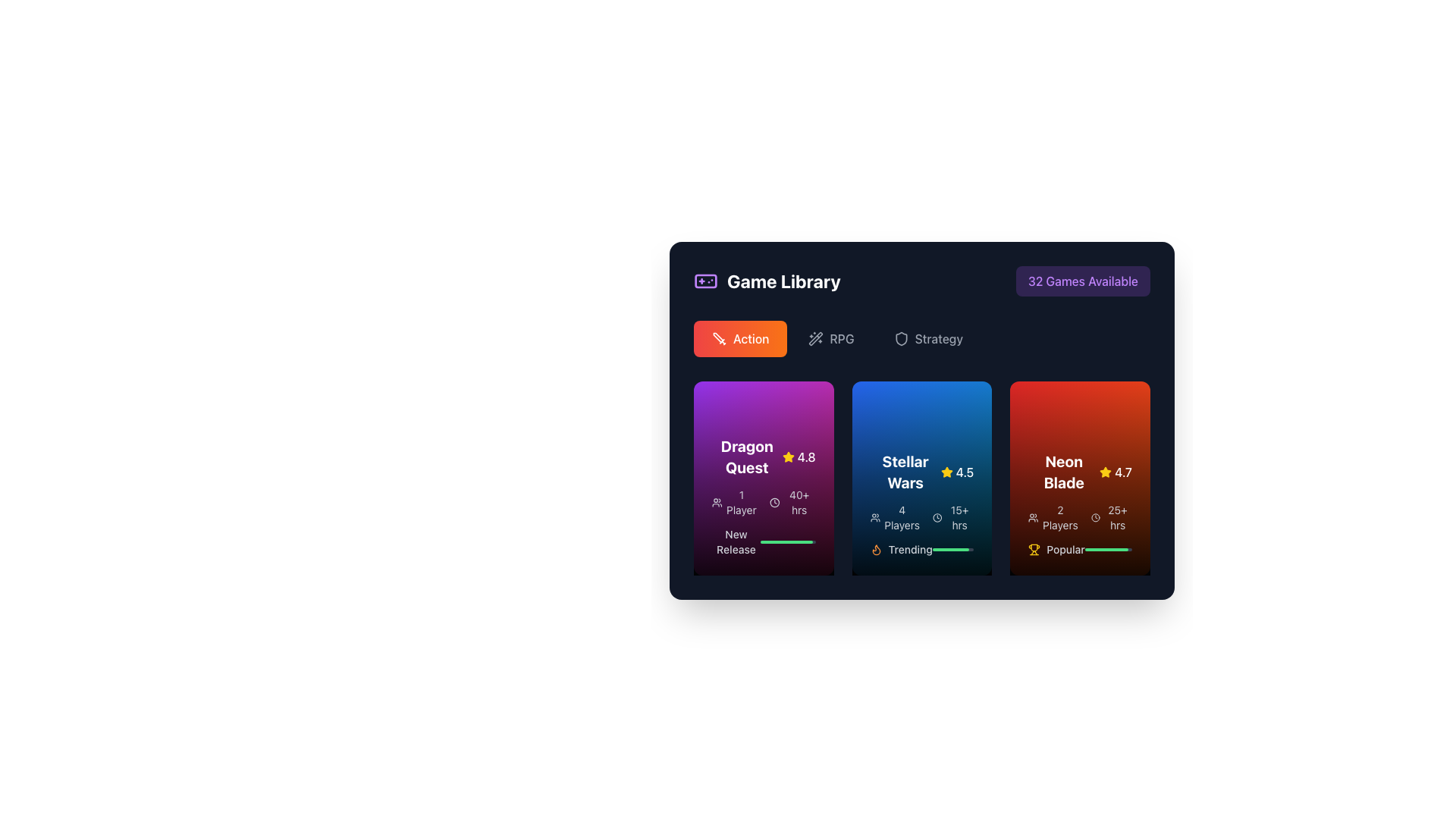  Describe the element at coordinates (946, 472) in the screenshot. I see `the star icon representing the rating for 'Stellar Wars'` at that location.